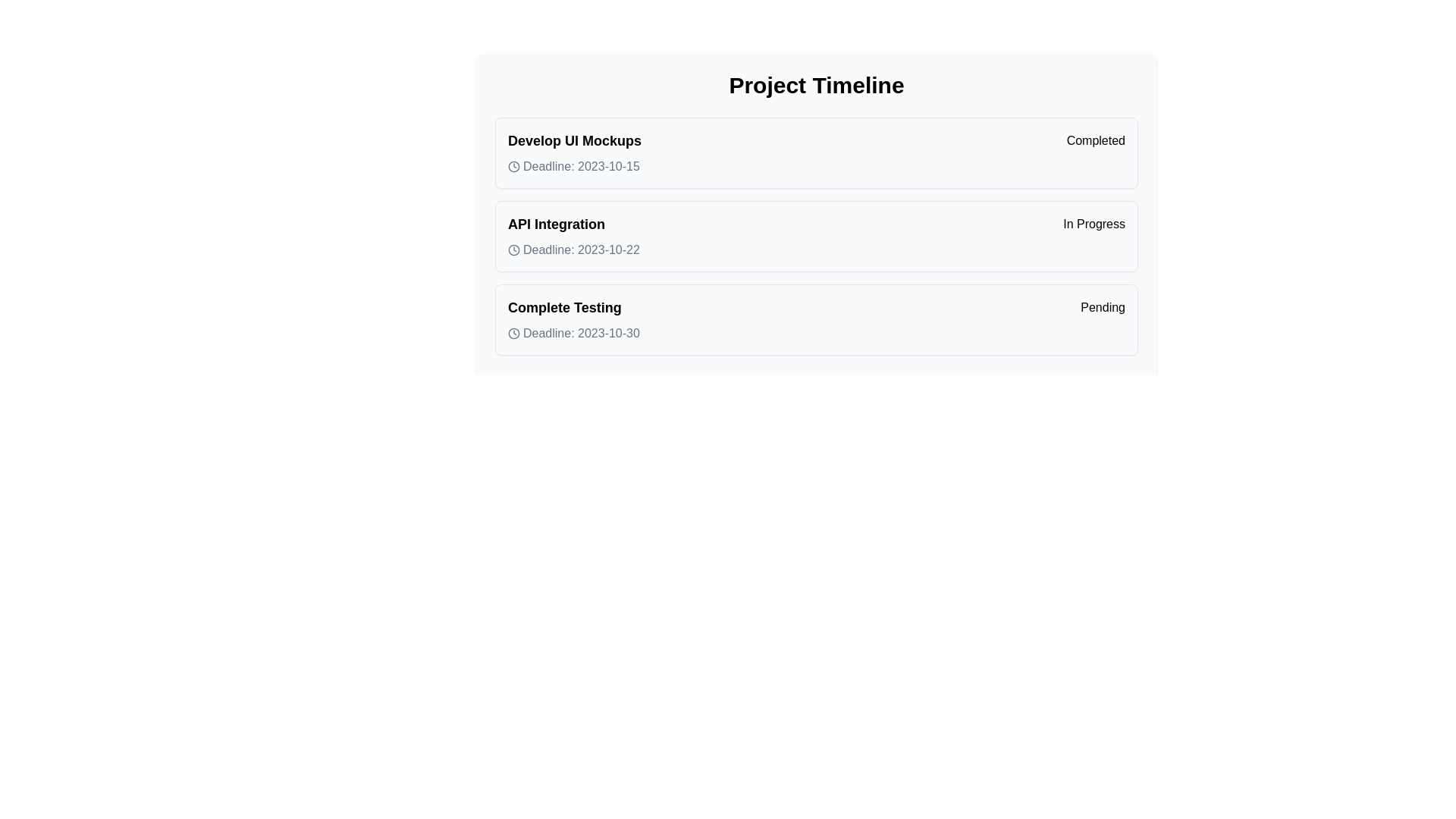 The width and height of the screenshot is (1456, 819). Describe the element at coordinates (815, 224) in the screenshot. I see `the 'API Integration' informational pair which features a bold title and an 'In Progress' badge, located in the second card of project tasks` at that location.